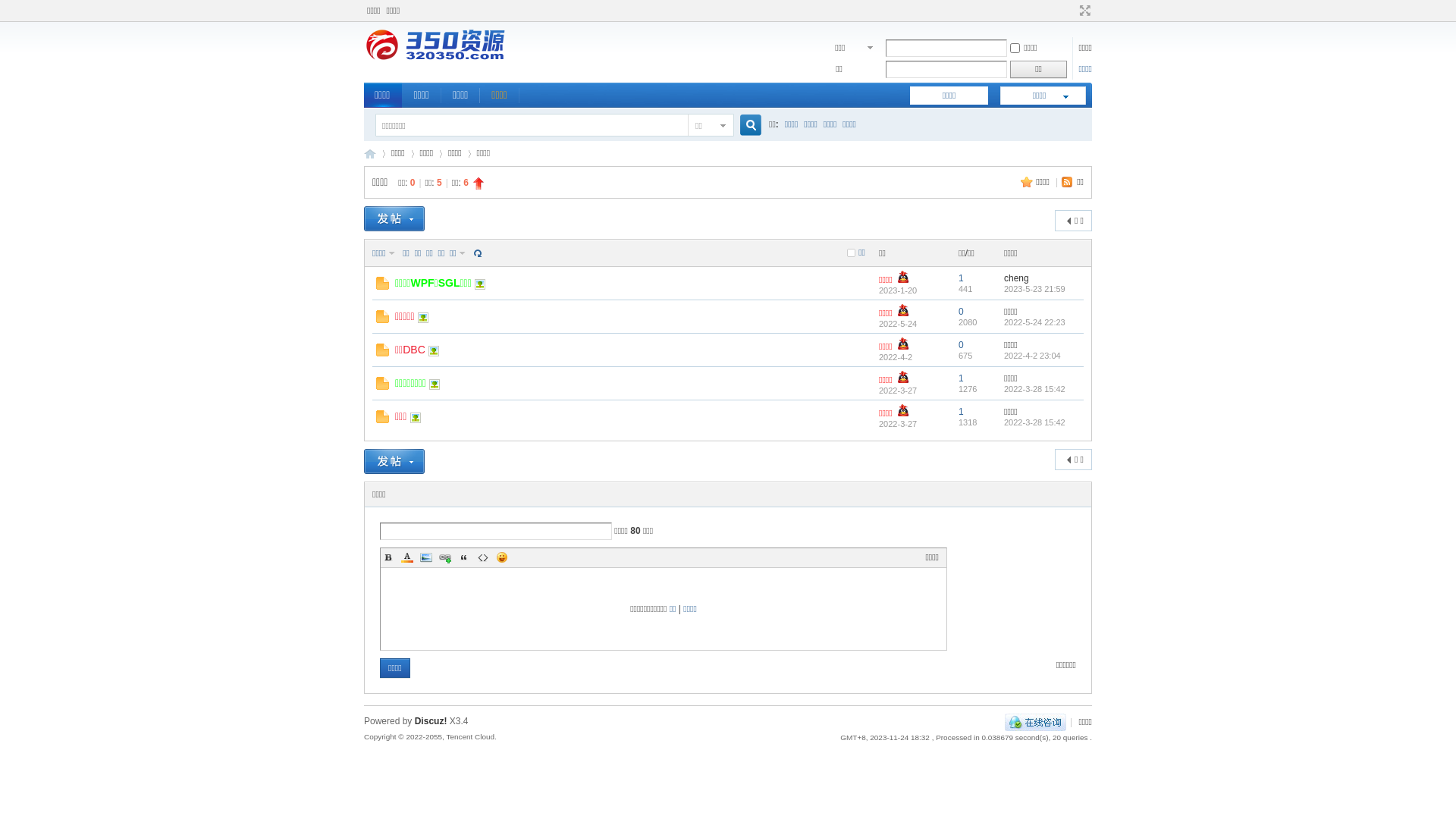  What do you see at coordinates (1034, 288) in the screenshot?
I see `'2023-5-23 21:59'` at bounding box center [1034, 288].